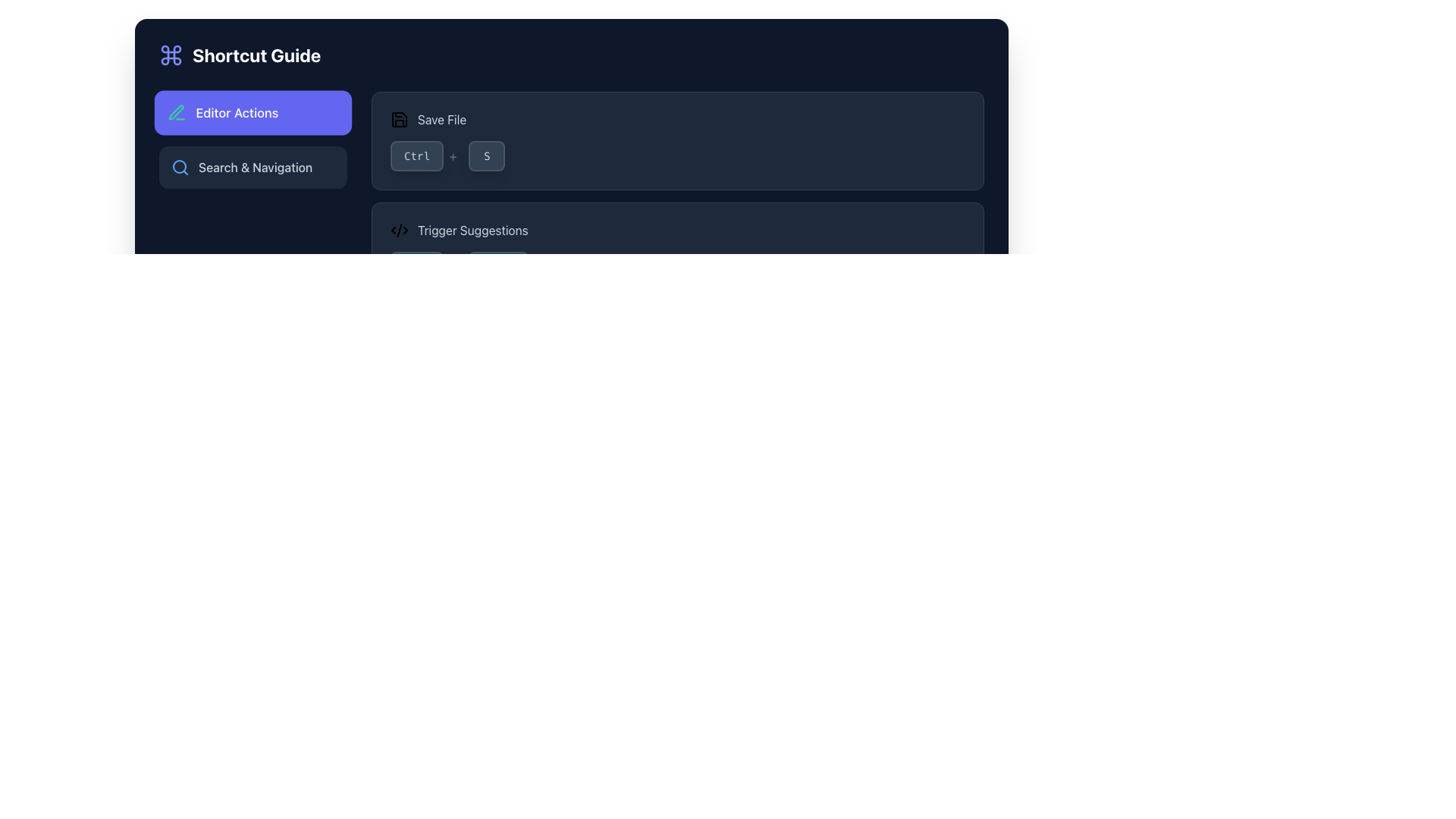 The width and height of the screenshot is (1456, 819). Describe the element at coordinates (253, 167) in the screenshot. I see `the 'Search & Navigation' button, which is a horizontally aligned component with a dark background, rounded corners, and a light blue search icon followed by the text in white` at that location.